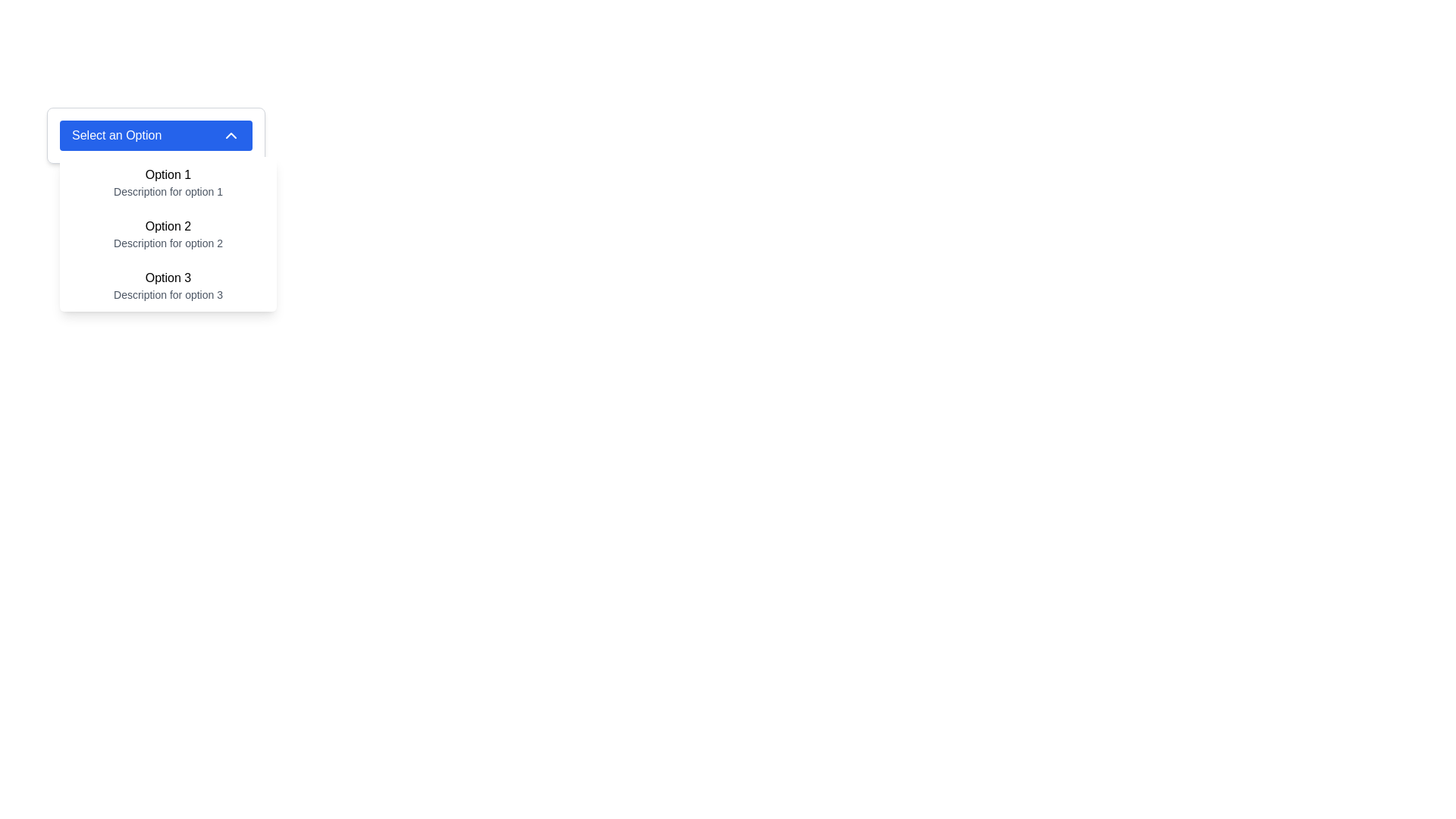  Describe the element at coordinates (168, 234) in the screenshot. I see `the Dropdown menu located below the 'Select an Option' button, which has an arrow symbol and includes the second option titled 'Option 2'` at that location.